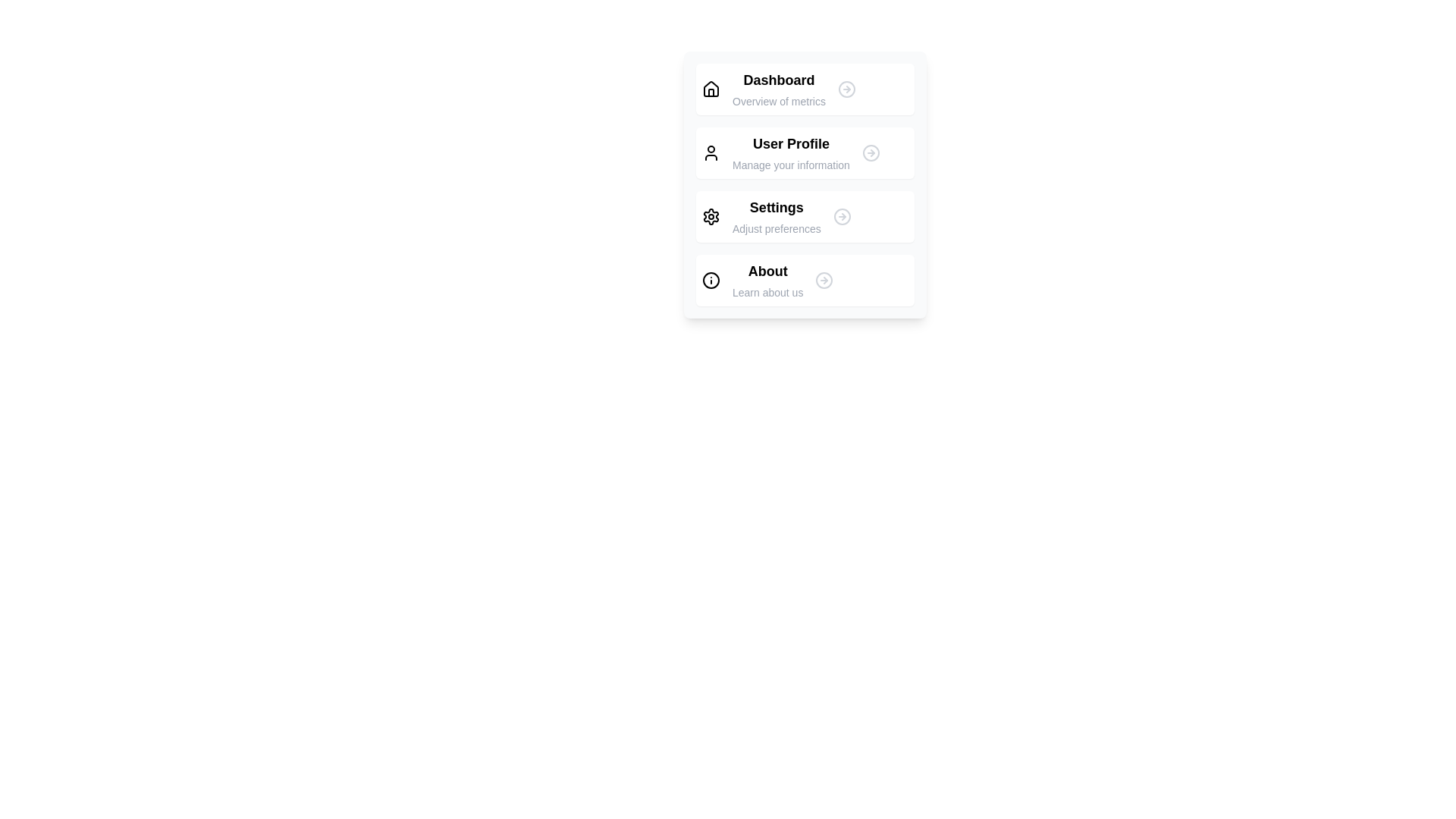 Image resolution: width=1456 pixels, height=819 pixels. I want to click on the Icon Button that serves as a navigation control for the 'User Profile' section, located at the far right of the row containing the 'User Profile' title and description, so click(871, 152).